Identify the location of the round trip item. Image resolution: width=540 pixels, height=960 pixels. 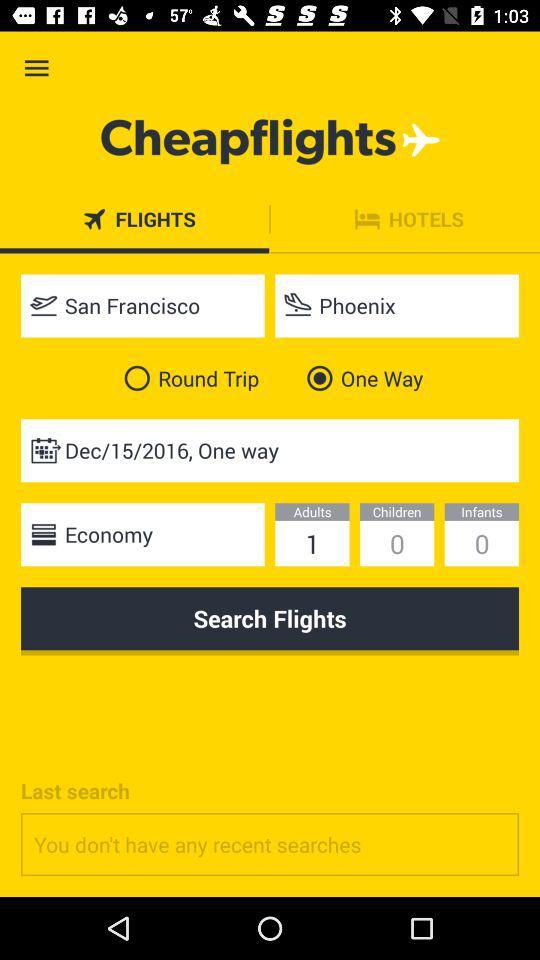
(187, 377).